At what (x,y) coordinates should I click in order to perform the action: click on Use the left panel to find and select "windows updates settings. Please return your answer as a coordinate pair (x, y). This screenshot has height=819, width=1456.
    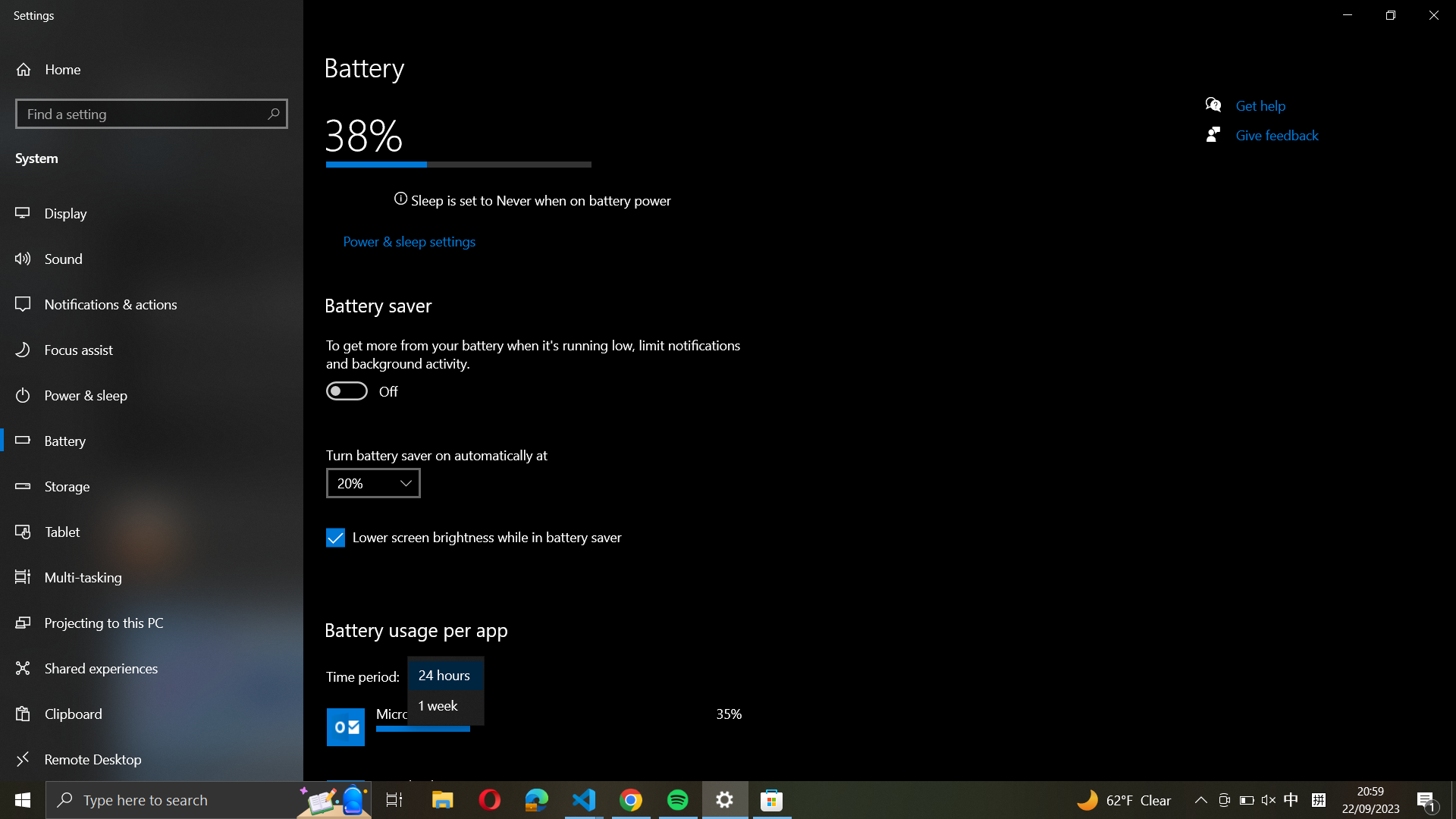
    Looking at the image, I should click on (152, 111).